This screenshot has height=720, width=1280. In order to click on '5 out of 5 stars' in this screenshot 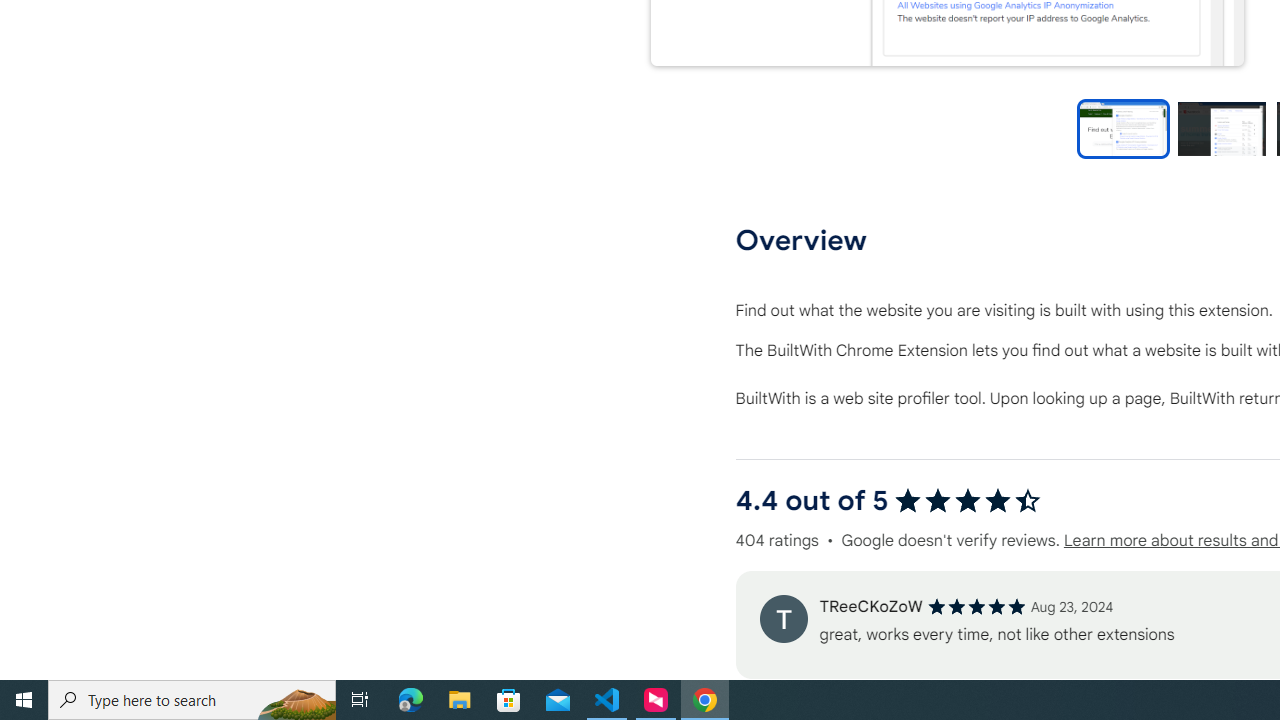, I will do `click(976, 605)`.